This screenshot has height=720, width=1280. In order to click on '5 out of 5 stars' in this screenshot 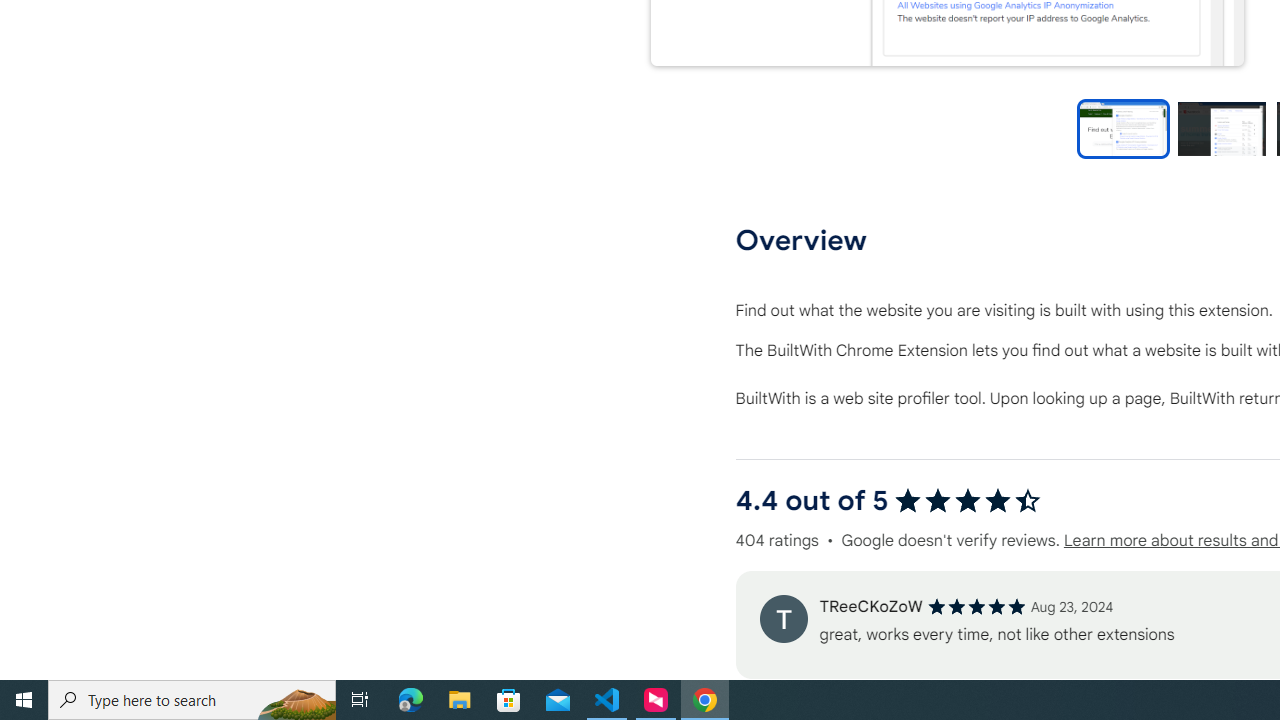, I will do `click(976, 605)`.